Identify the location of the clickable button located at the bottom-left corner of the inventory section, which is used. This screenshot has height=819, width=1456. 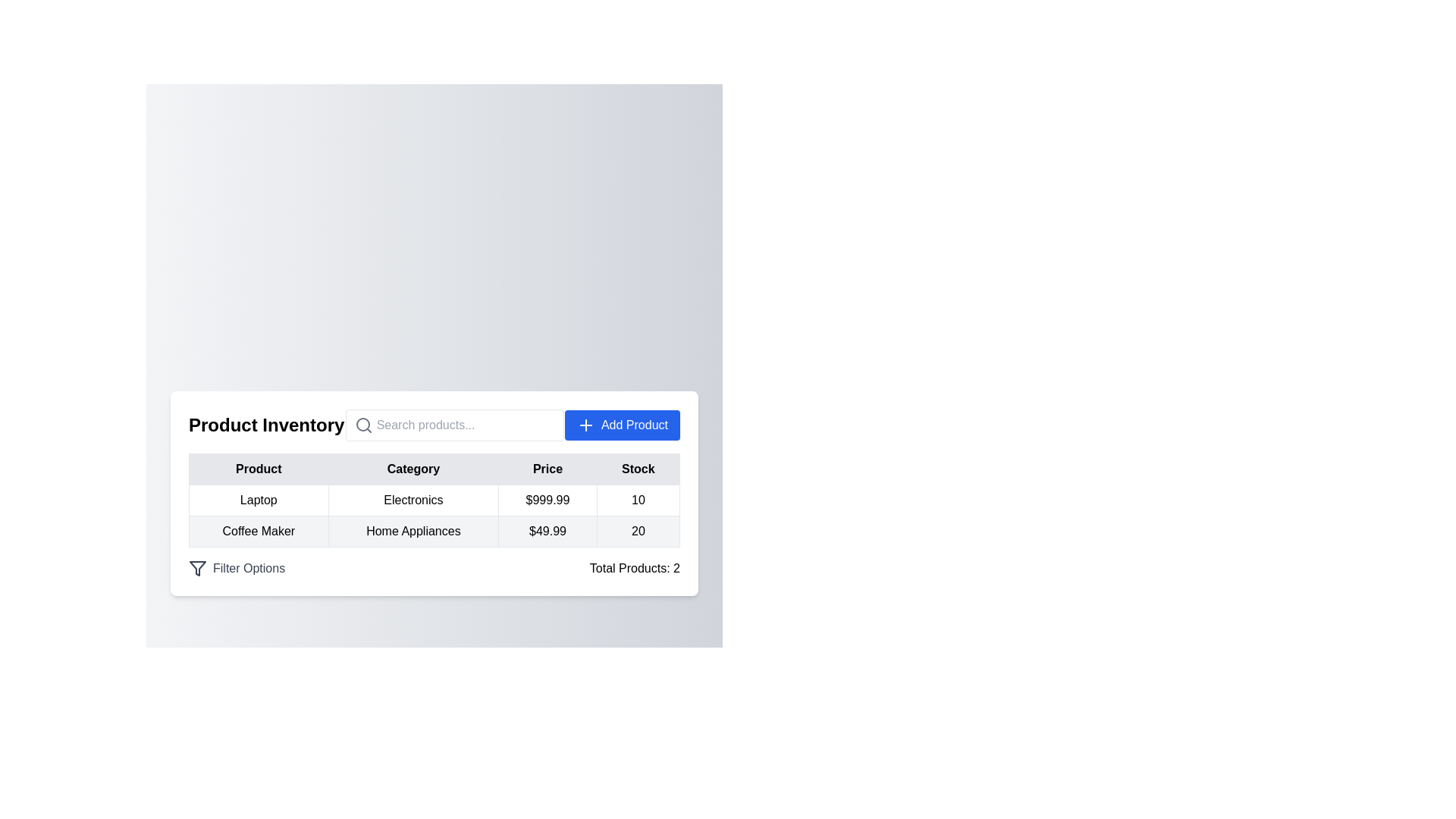
(236, 568).